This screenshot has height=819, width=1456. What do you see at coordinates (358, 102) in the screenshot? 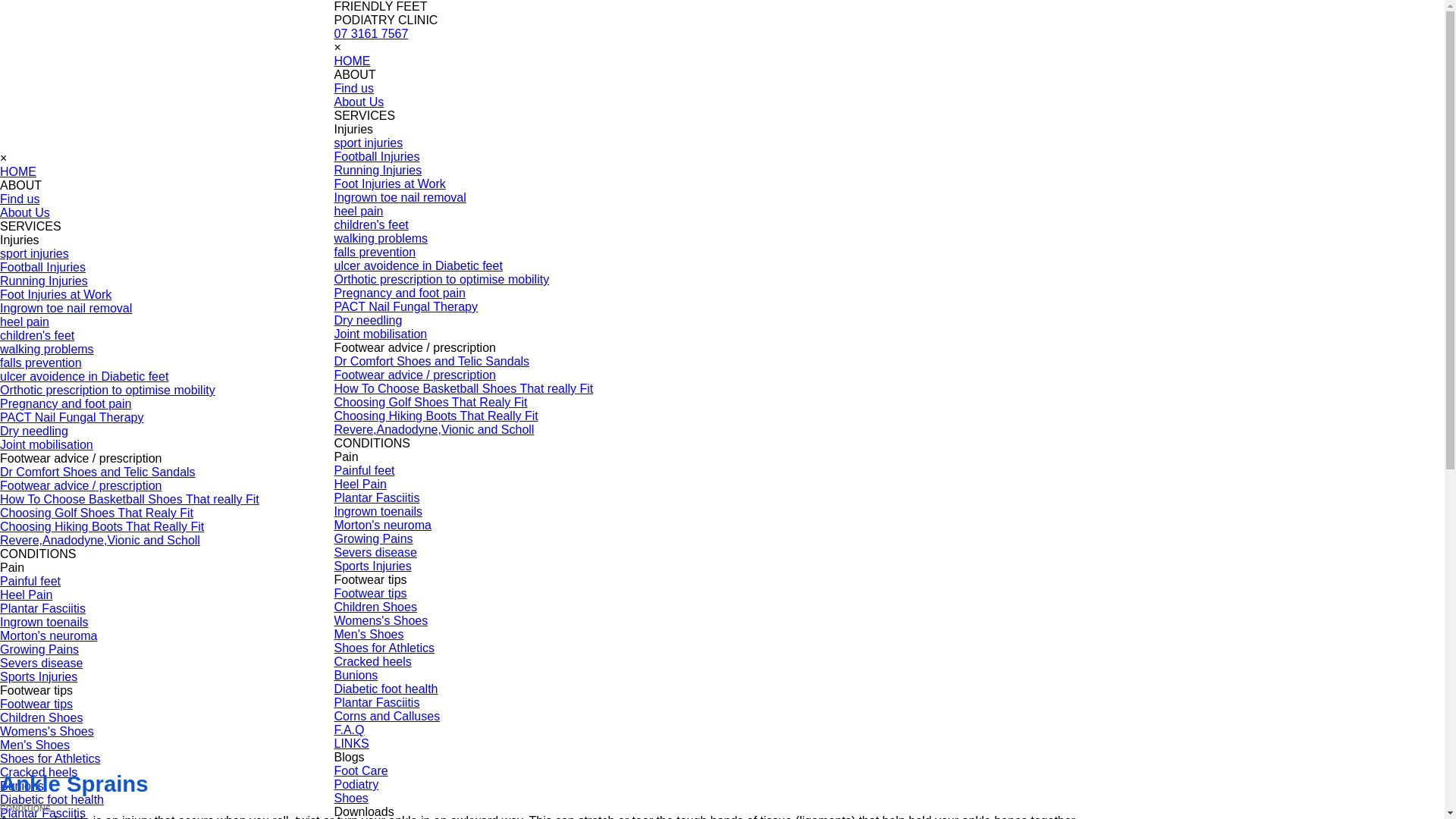
I see `'About Us'` at bounding box center [358, 102].